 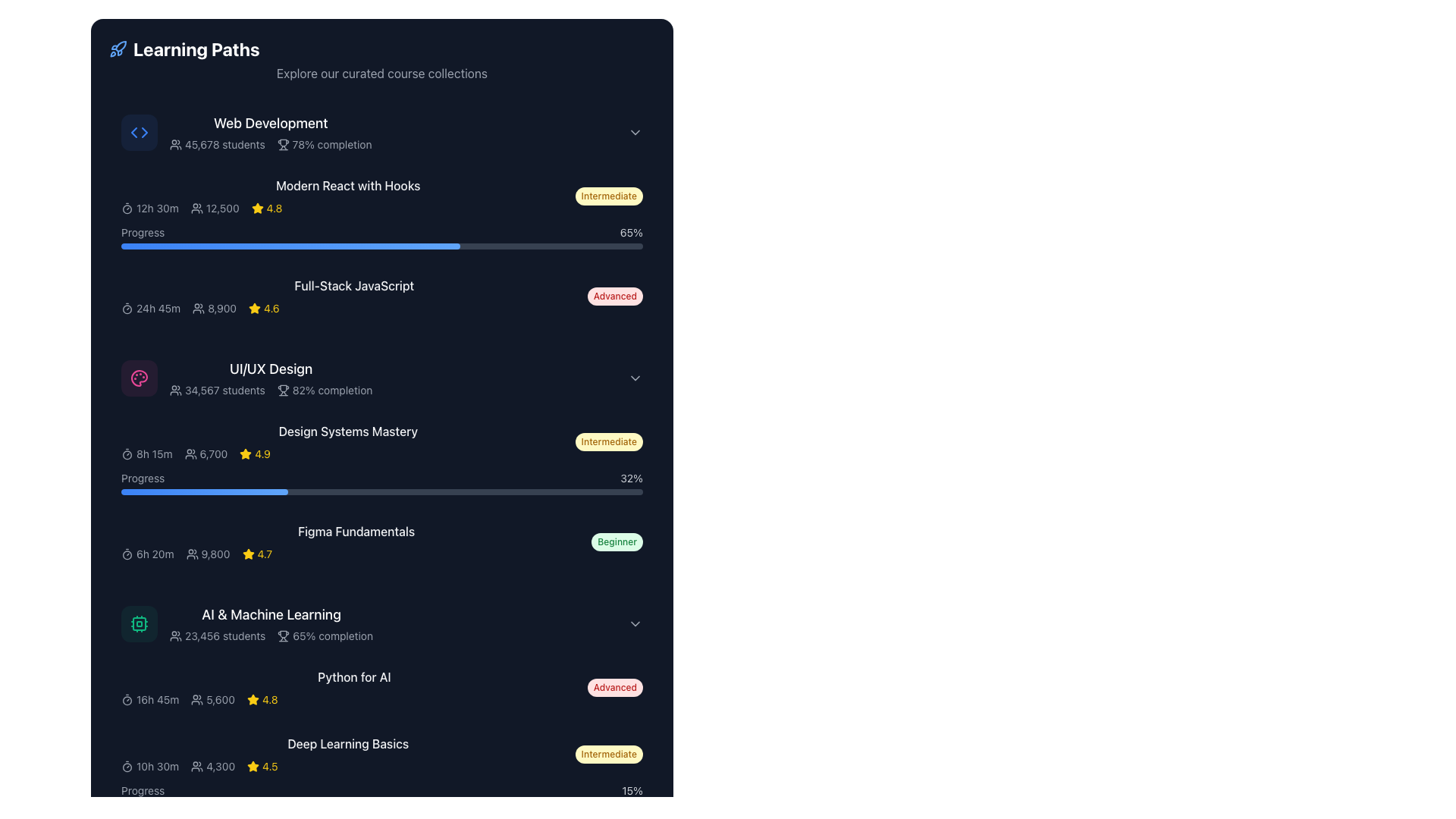 What do you see at coordinates (609, 195) in the screenshot?
I see `the badge label displaying the text 'Intermediate', which is styled with a yellow background, located to the right of the course title 'Modern React with Hooks'` at bounding box center [609, 195].